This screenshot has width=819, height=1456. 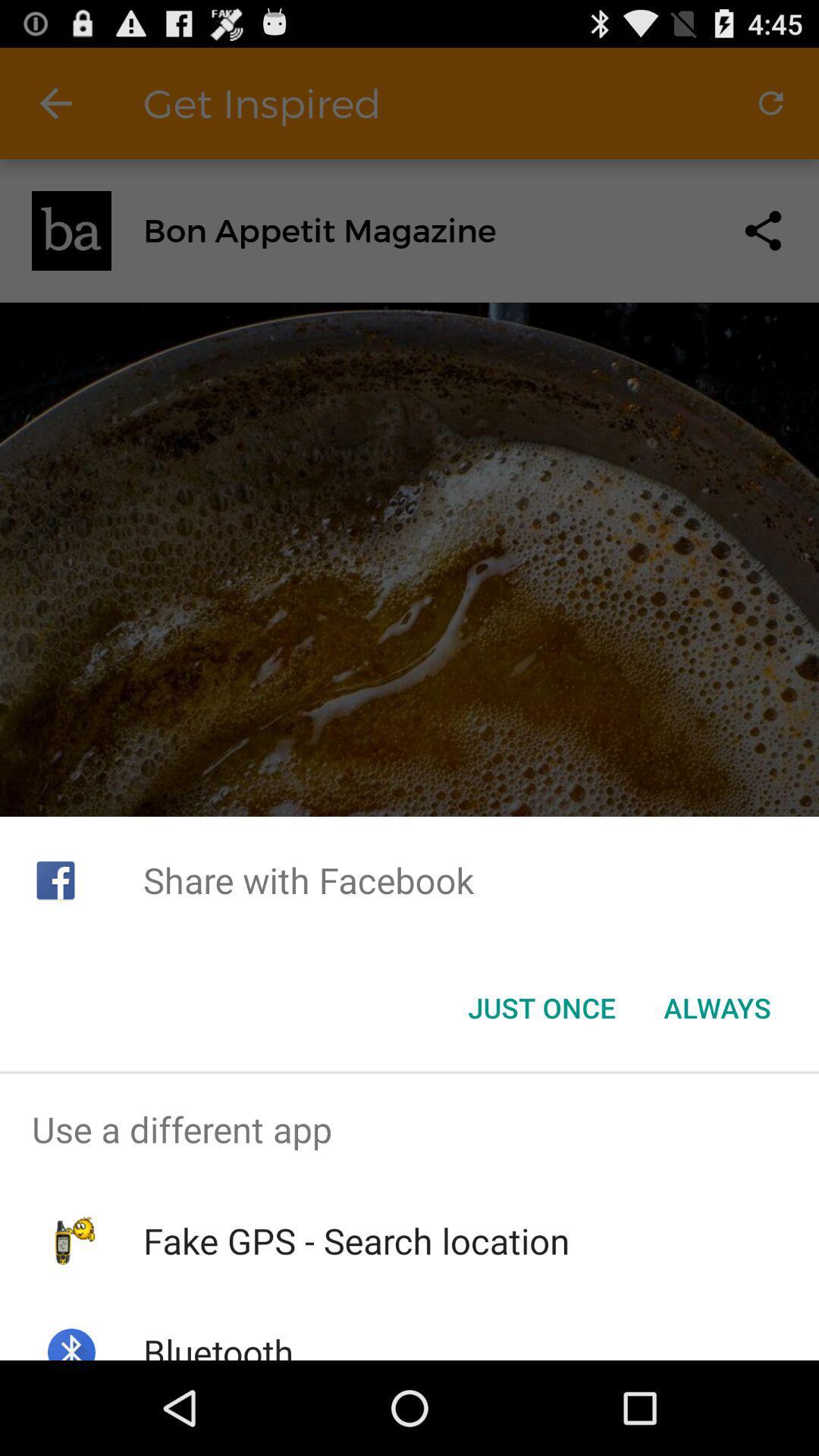 I want to click on the item to the left of always button, so click(x=541, y=1008).